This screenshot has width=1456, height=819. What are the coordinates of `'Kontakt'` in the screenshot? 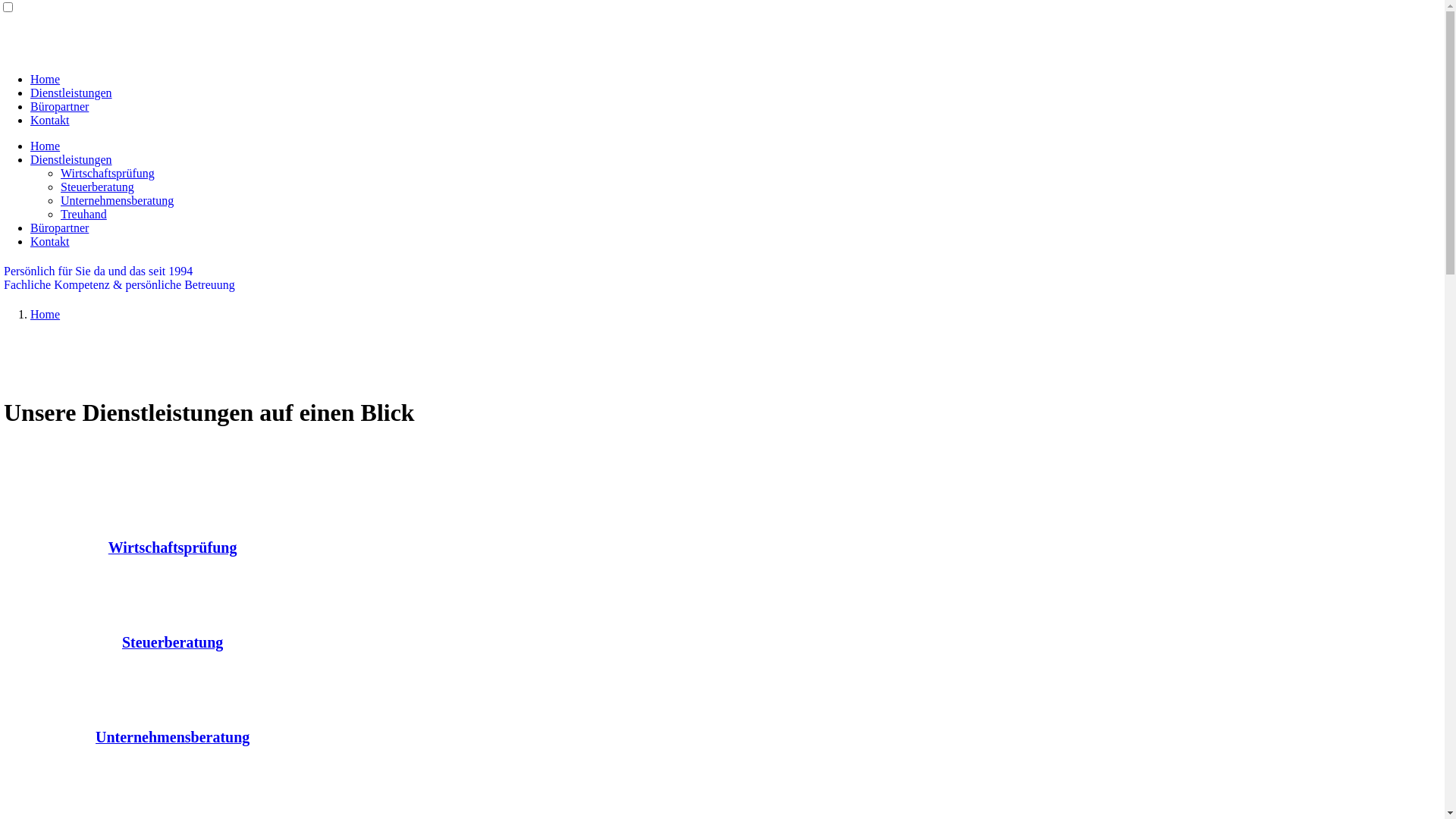 It's located at (50, 240).